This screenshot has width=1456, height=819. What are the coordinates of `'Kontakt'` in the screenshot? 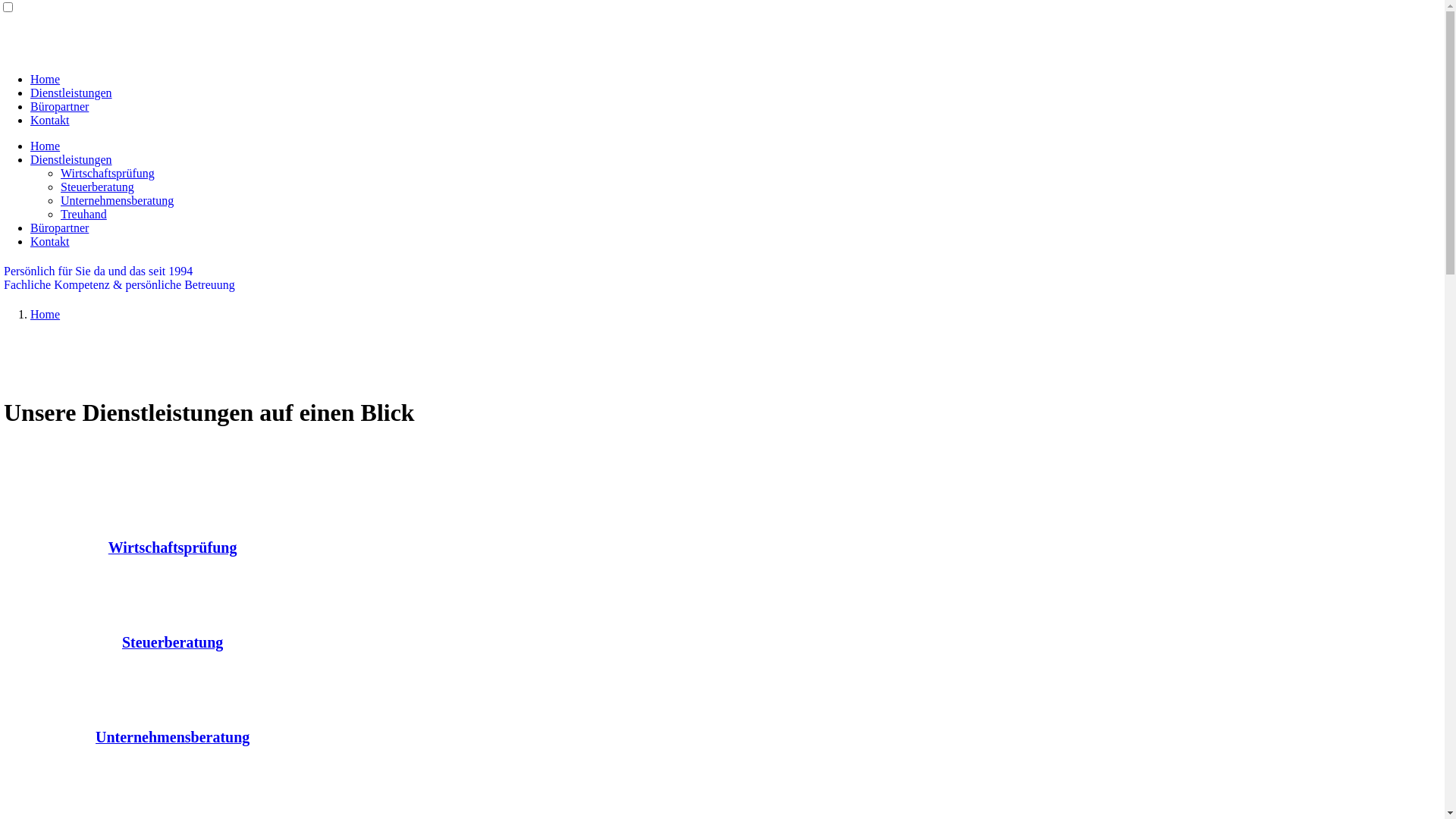 It's located at (50, 240).